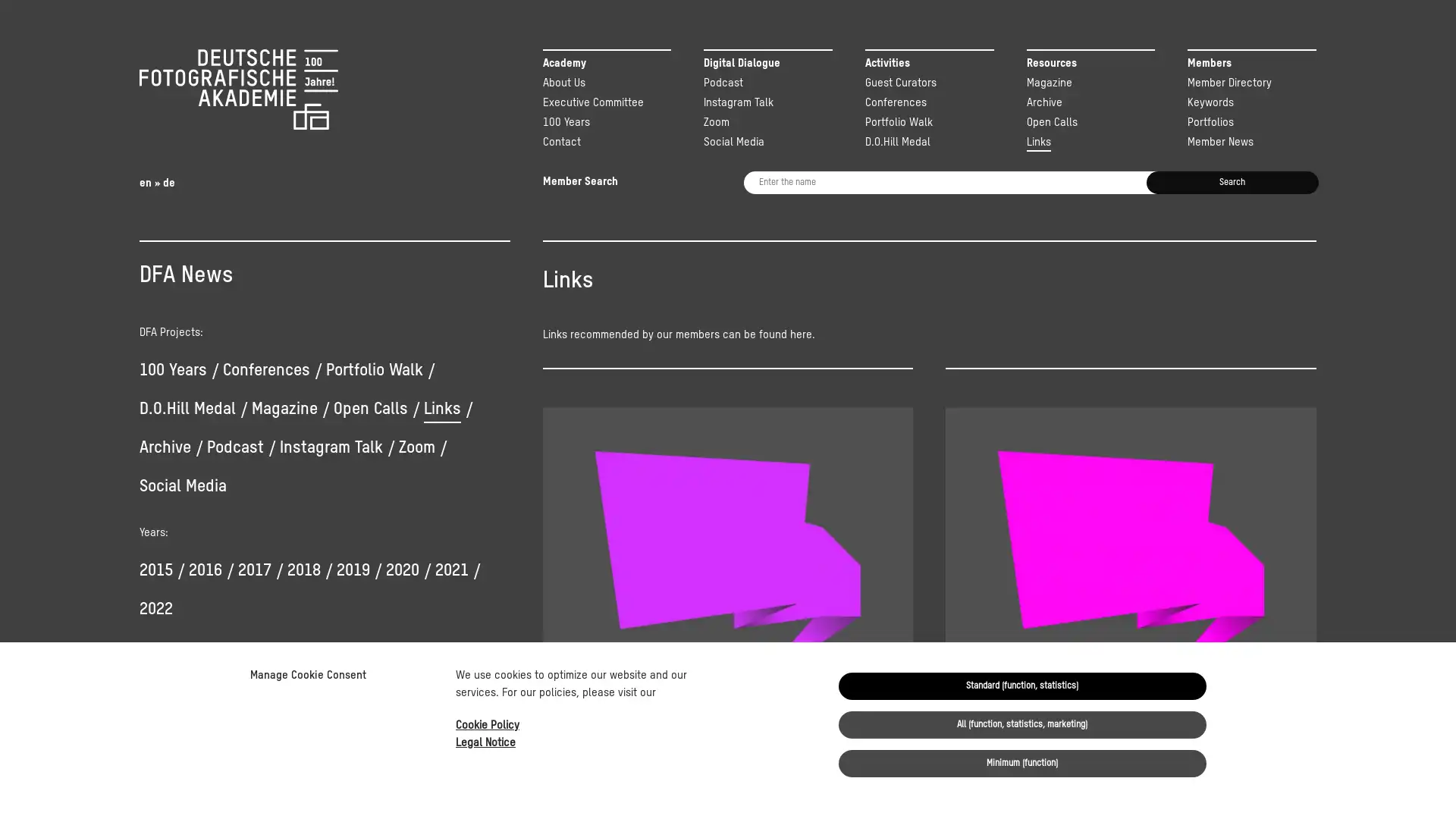  Describe the element at coordinates (266, 371) in the screenshot. I see `Conferences` at that location.